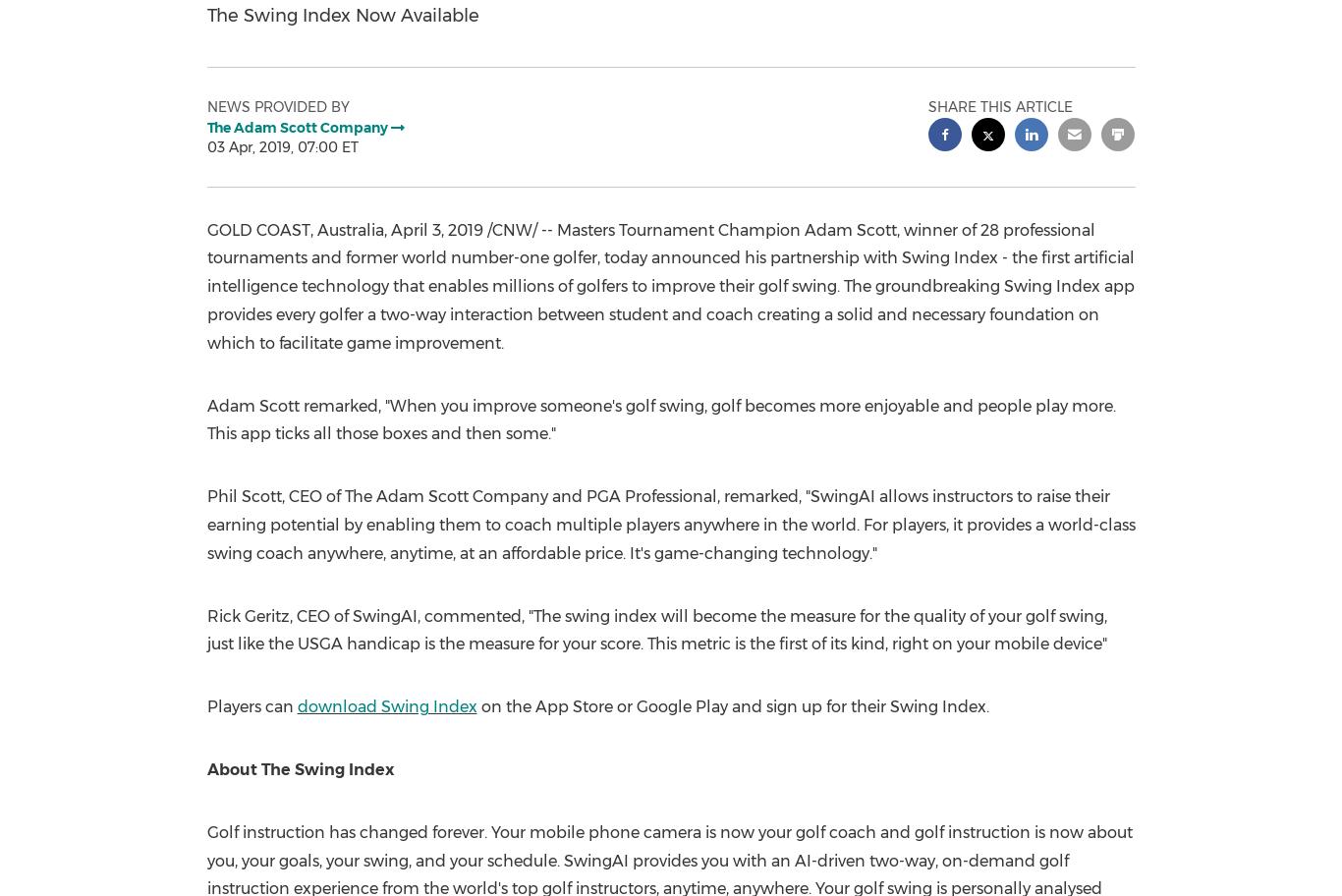 The image size is (1342, 896). What do you see at coordinates (1000, 105) in the screenshot?
I see `'Share this article'` at bounding box center [1000, 105].